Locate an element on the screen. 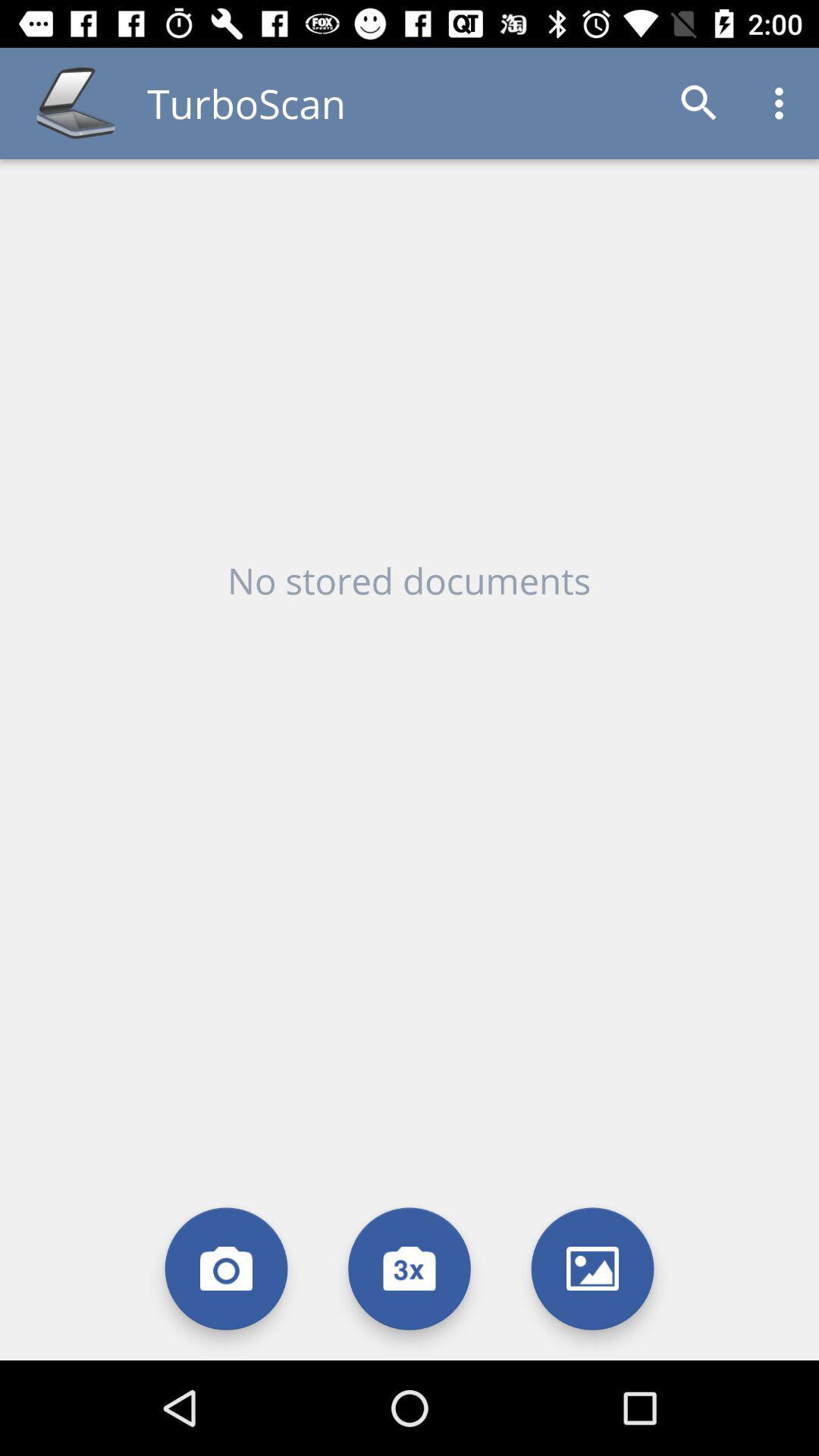 The width and height of the screenshot is (819, 1456). icon below the no stored documents is located at coordinates (591, 1269).